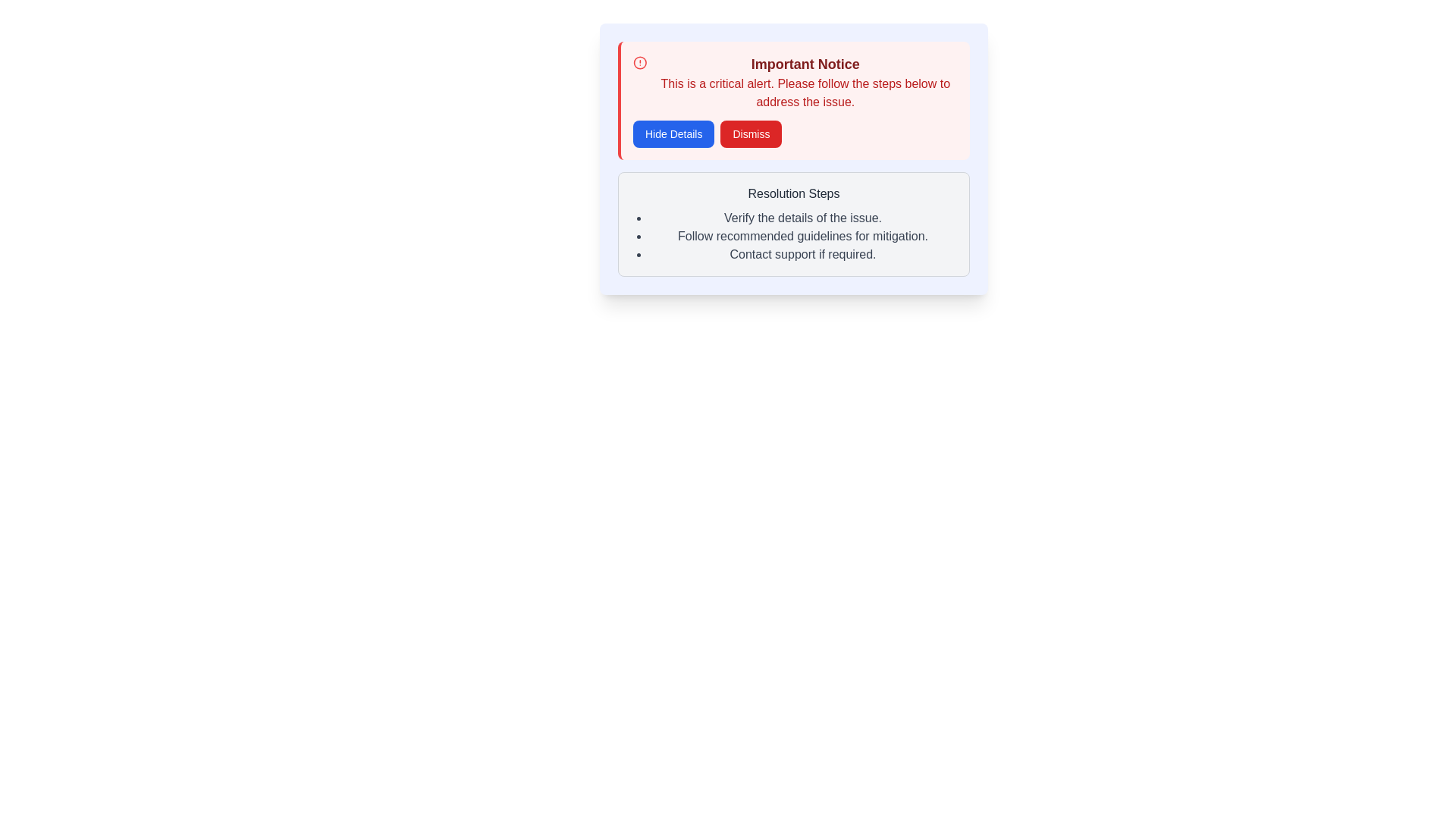 This screenshot has height=819, width=1456. What do you see at coordinates (805, 82) in the screenshot?
I see `alert text in the important notification text block, which is centrally positioned above the 'Resolution Steps' section and to the left of the 'Hide Details' and 'Dismiss' buttons` at bounding box center [805, 82].